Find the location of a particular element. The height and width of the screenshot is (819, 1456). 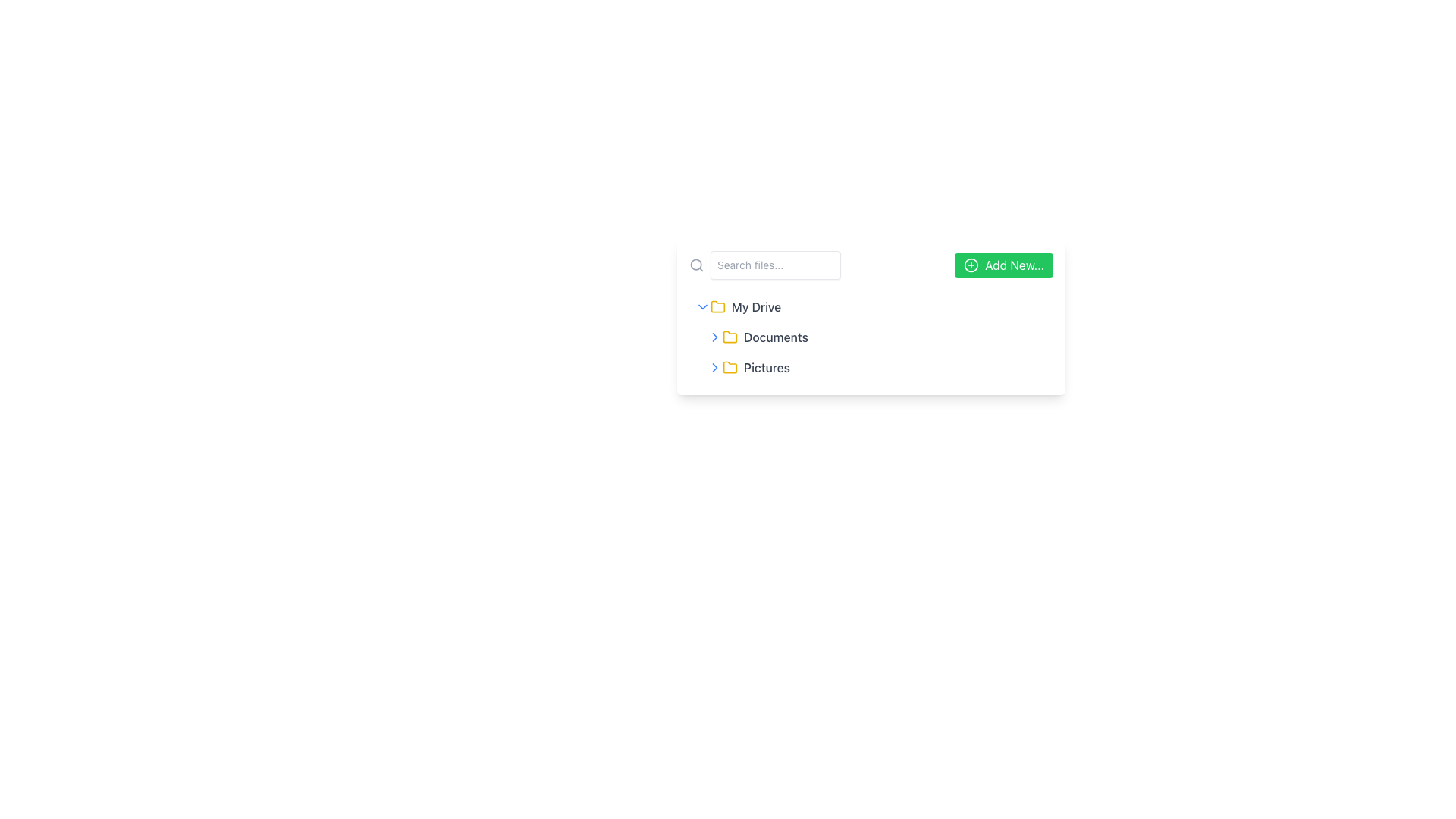

the text label displaying 'Pictures' in a medium-sized gray font, which is aligned with folder names in the list is located at coordinates (767, 368).